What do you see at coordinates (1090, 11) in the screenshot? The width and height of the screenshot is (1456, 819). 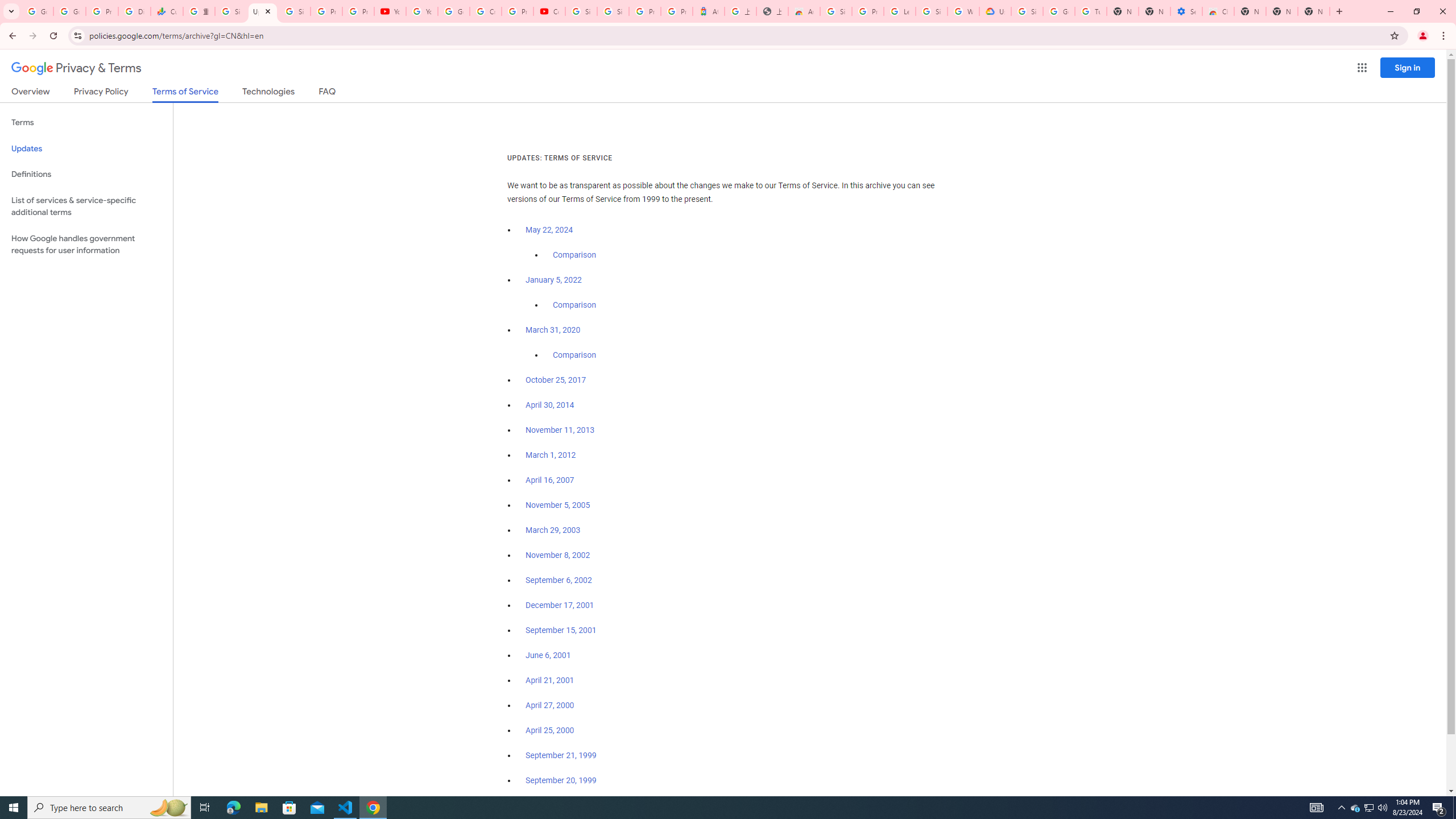 I see `'Turn cookies on or off - Computer - Google Account Help'` at bounding box center [1090, 11].